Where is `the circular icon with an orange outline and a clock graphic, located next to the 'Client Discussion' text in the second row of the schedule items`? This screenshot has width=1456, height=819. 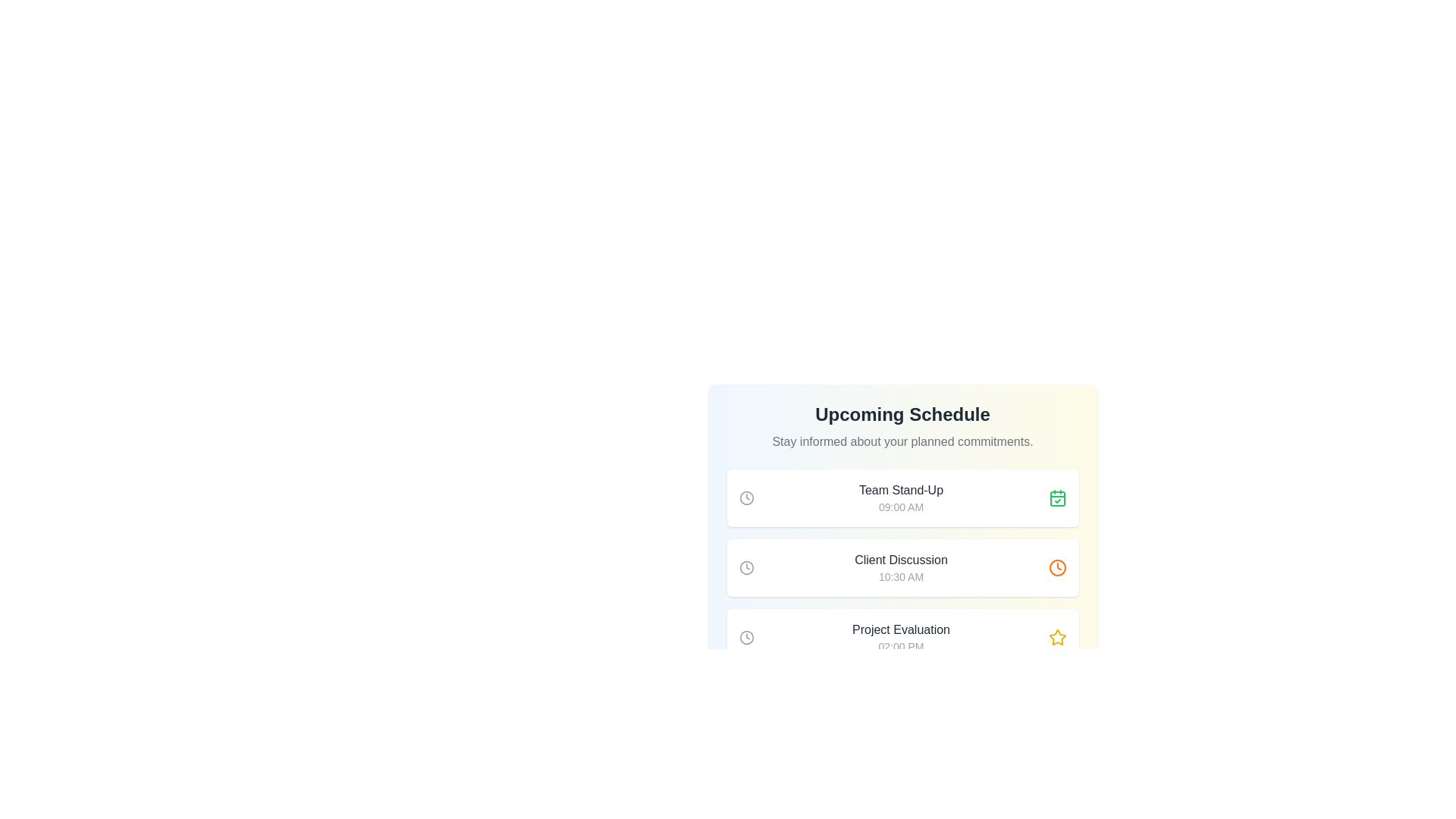 the circular icon with an orange outline and a clock graphic, located next to the 'Client Discussion' text in the second row of the schedule items is located at coordinates (1056, 567).